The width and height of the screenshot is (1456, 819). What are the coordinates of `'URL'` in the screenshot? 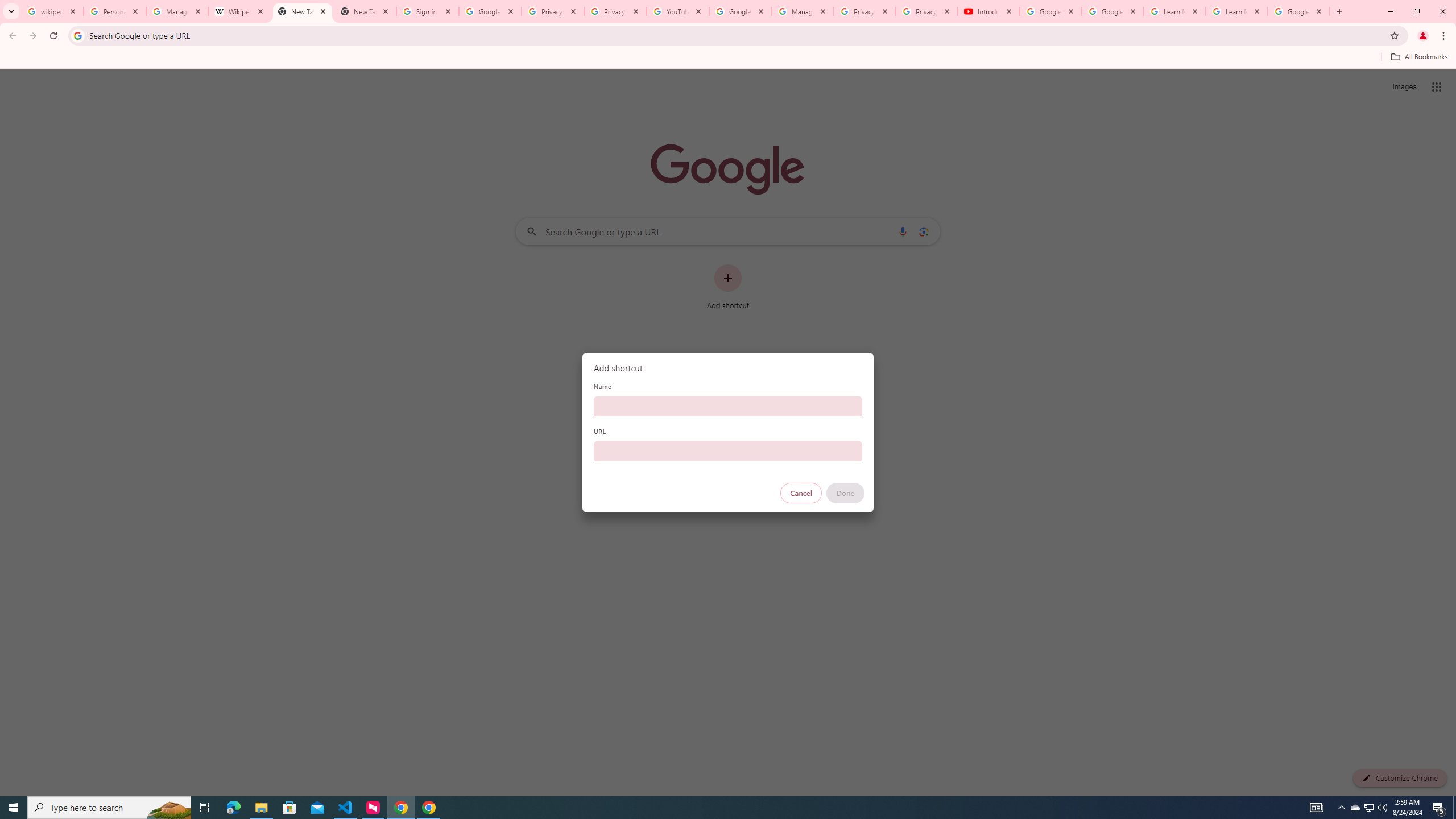 It's located at (728, 450).